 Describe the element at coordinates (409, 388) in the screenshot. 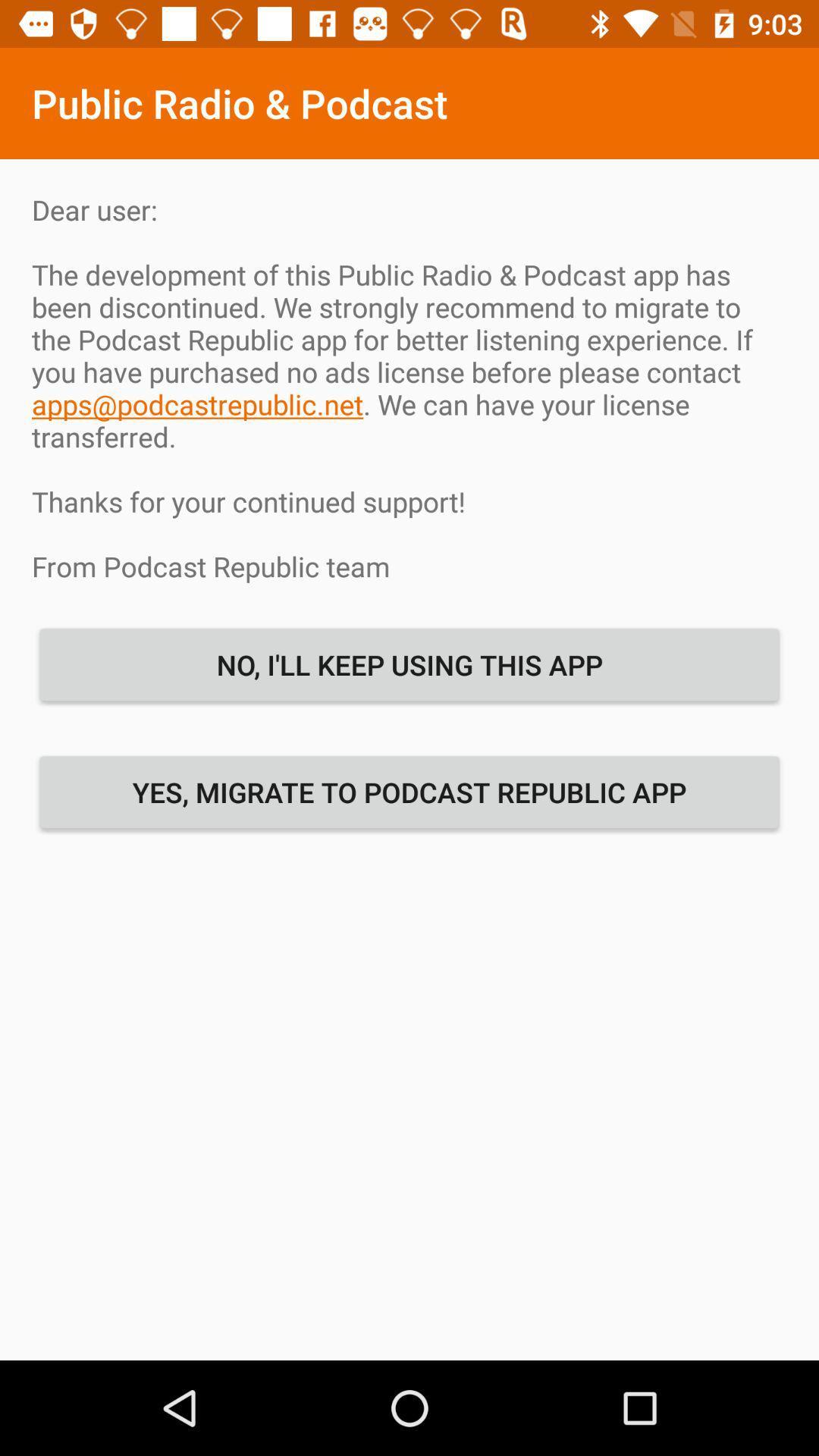

I see `dear user the icon` at that location.